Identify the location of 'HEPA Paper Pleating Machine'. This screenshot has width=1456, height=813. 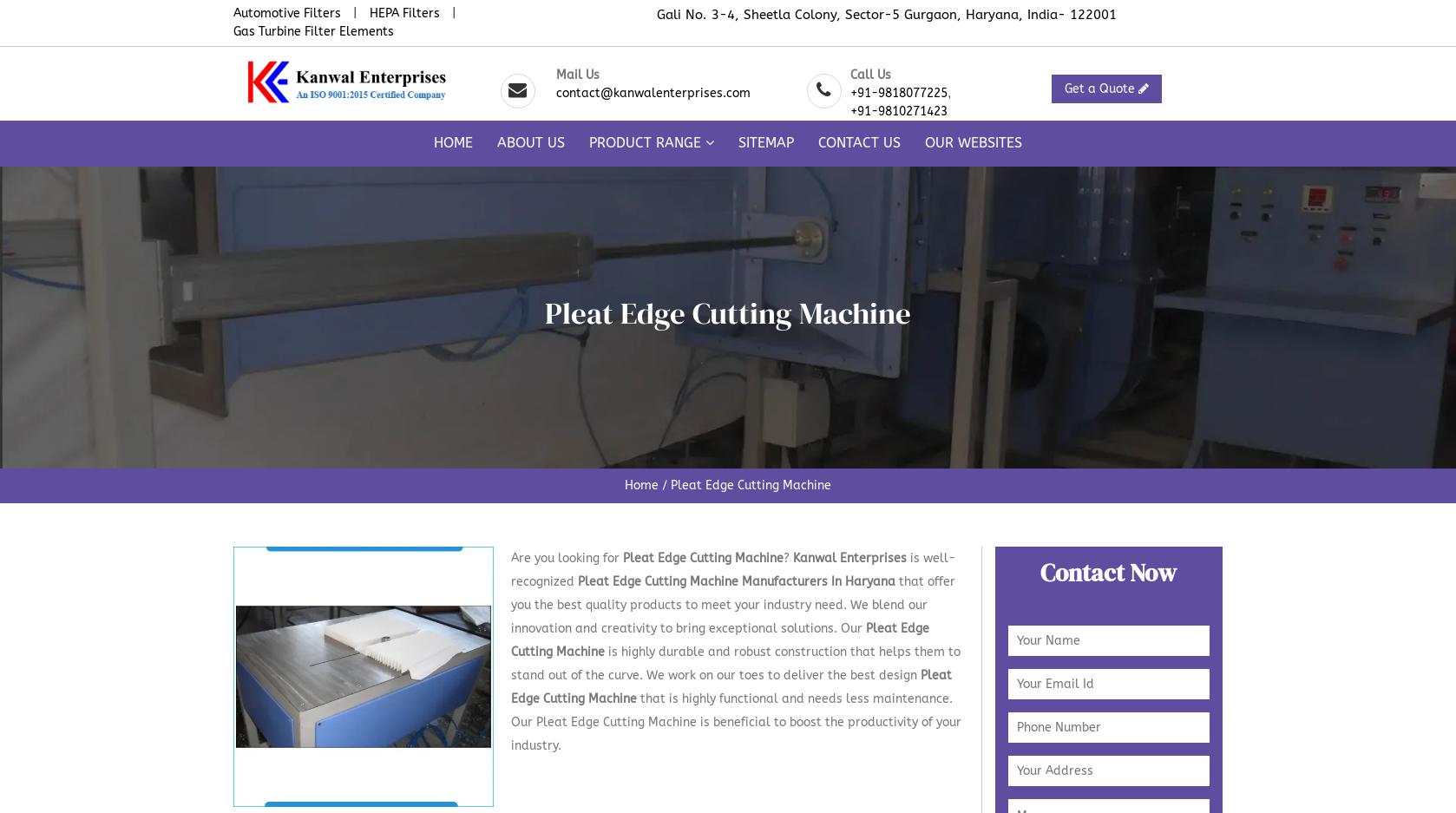
(960, 416).